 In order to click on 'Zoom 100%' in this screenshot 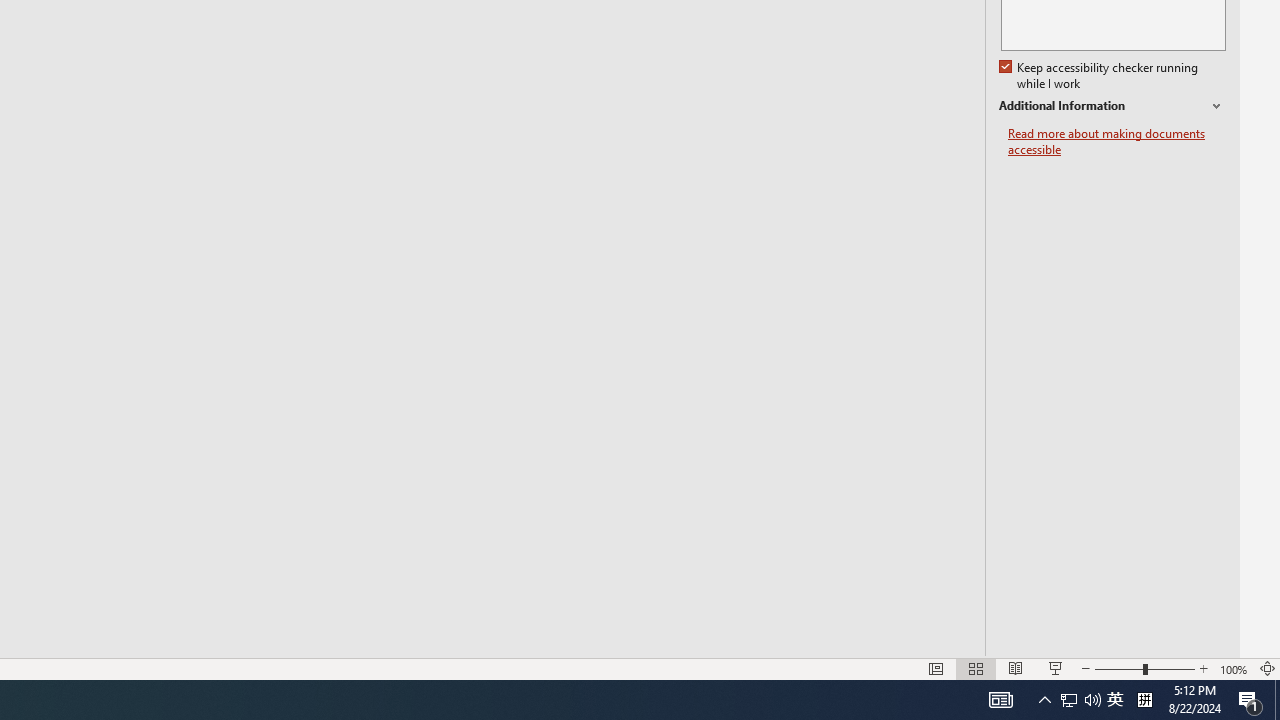, I will do `click(1233, 669)`.